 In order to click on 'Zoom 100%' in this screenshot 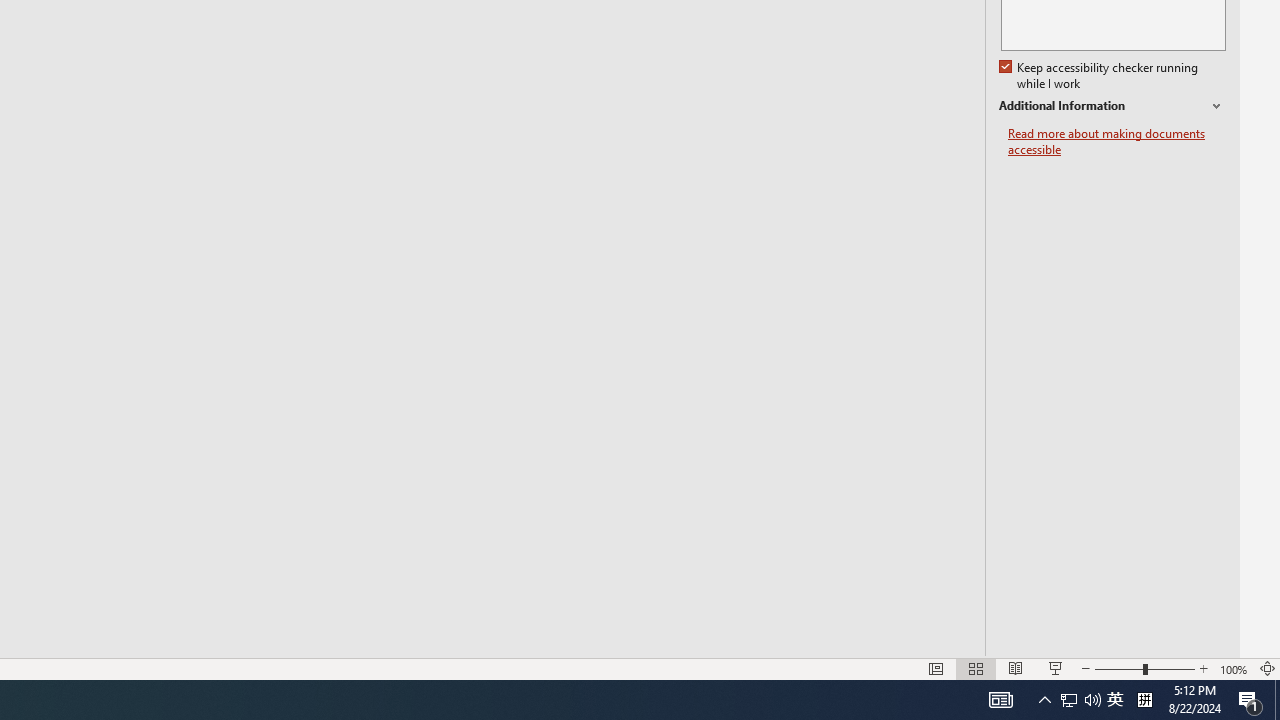, I will do `click(1233, 669)`.